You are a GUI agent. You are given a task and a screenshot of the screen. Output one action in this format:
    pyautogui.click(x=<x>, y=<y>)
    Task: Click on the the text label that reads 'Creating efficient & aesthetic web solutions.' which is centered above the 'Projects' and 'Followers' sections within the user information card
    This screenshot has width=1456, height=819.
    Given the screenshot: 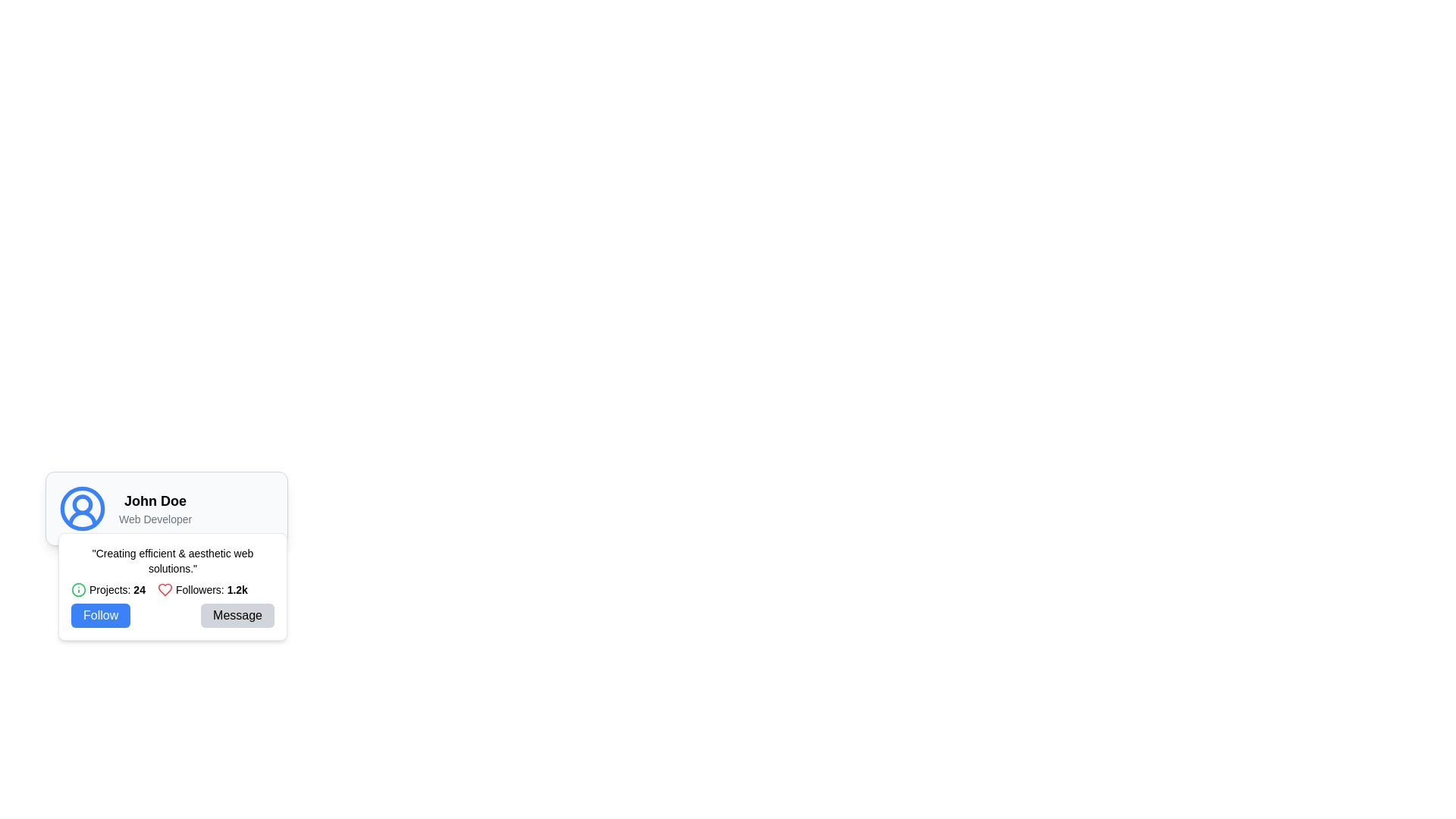 What is the action you would take?
    pyautogui.click(x=172, y=561)
    